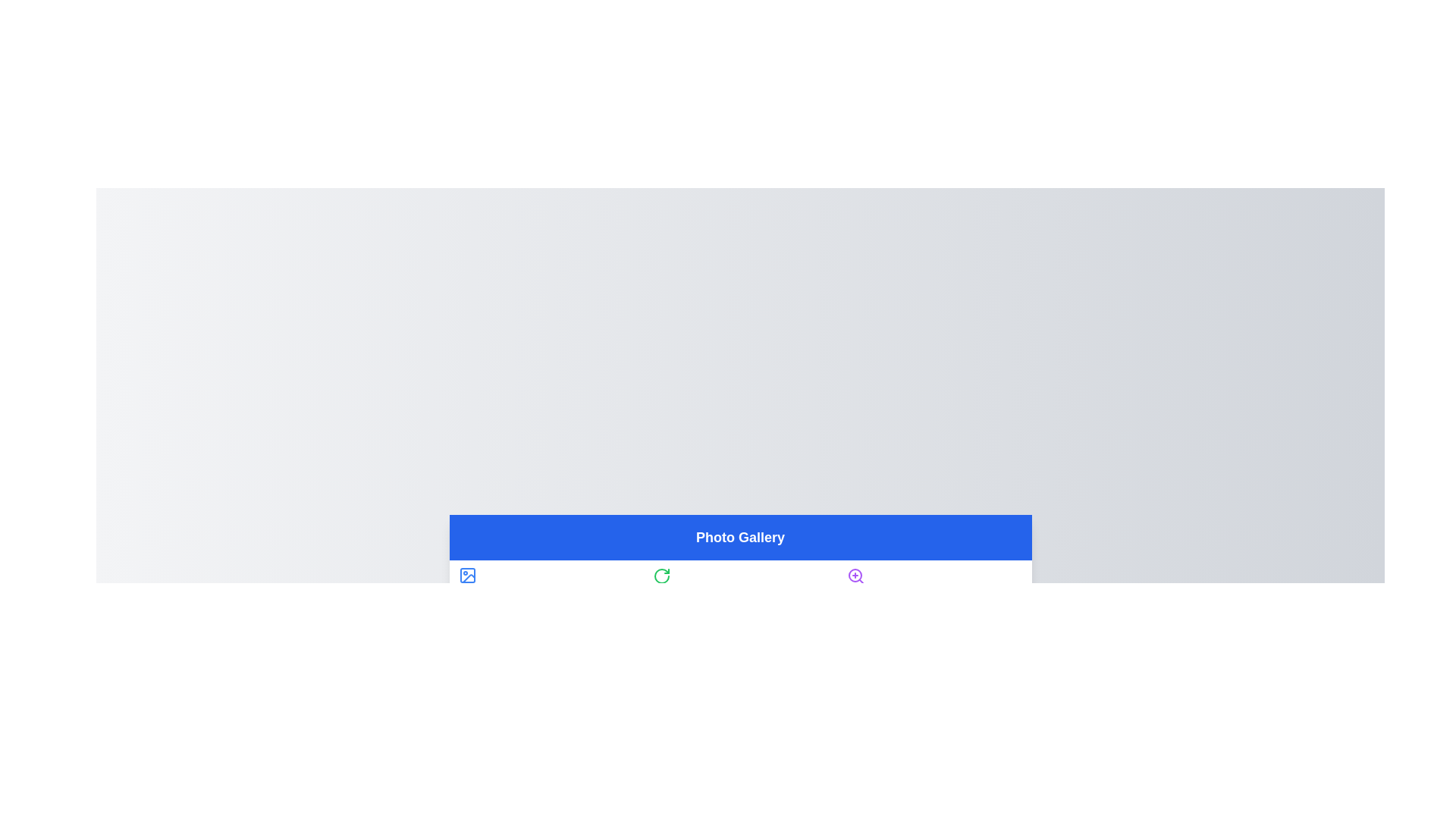  What do you see at coordinates (740, 584) in the screenshot?
I see `the tab labeled Editor` at bounding box center [740, 584].